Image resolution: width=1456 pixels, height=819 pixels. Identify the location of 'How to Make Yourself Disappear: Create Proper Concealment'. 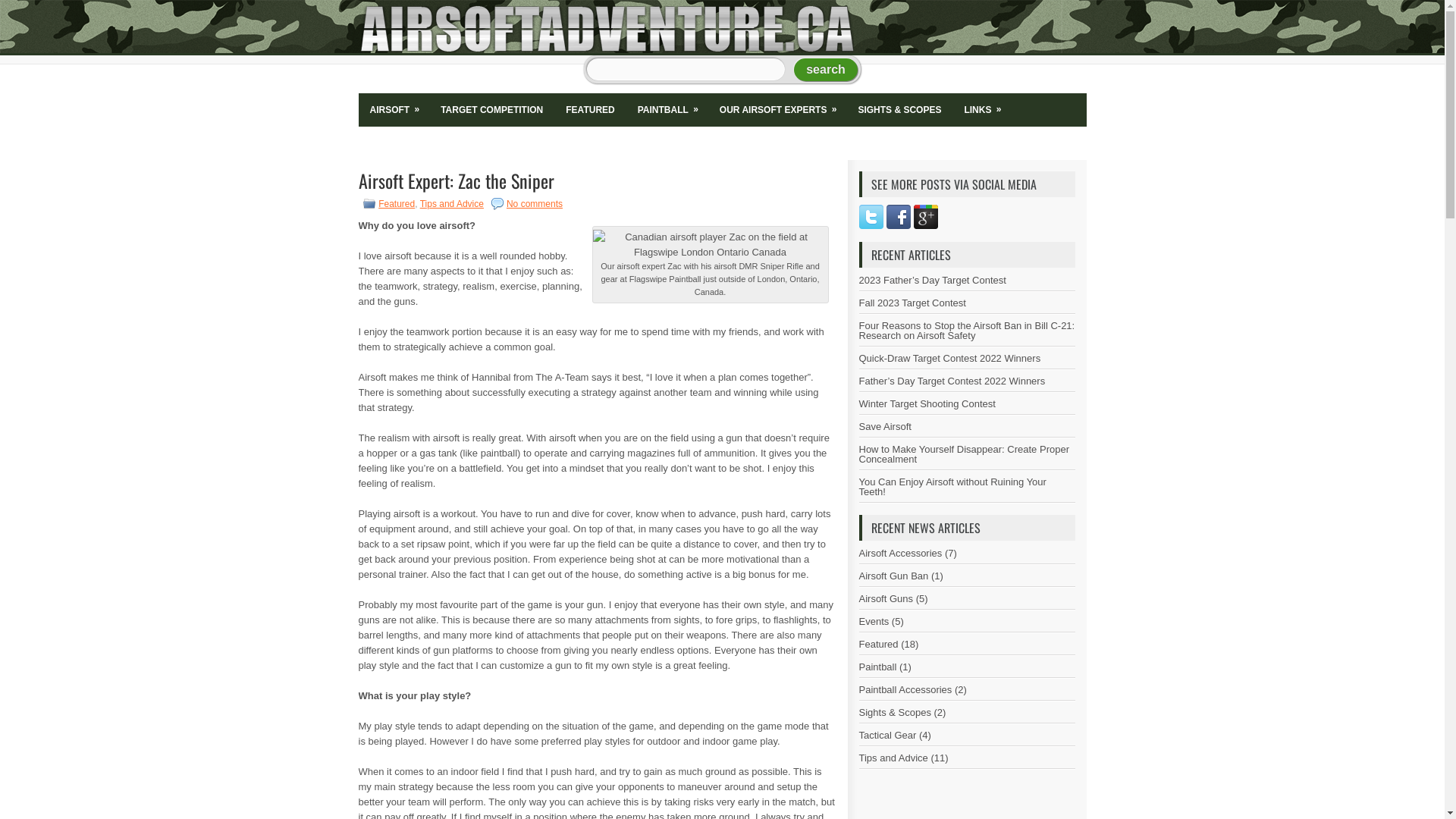
(962, 453).